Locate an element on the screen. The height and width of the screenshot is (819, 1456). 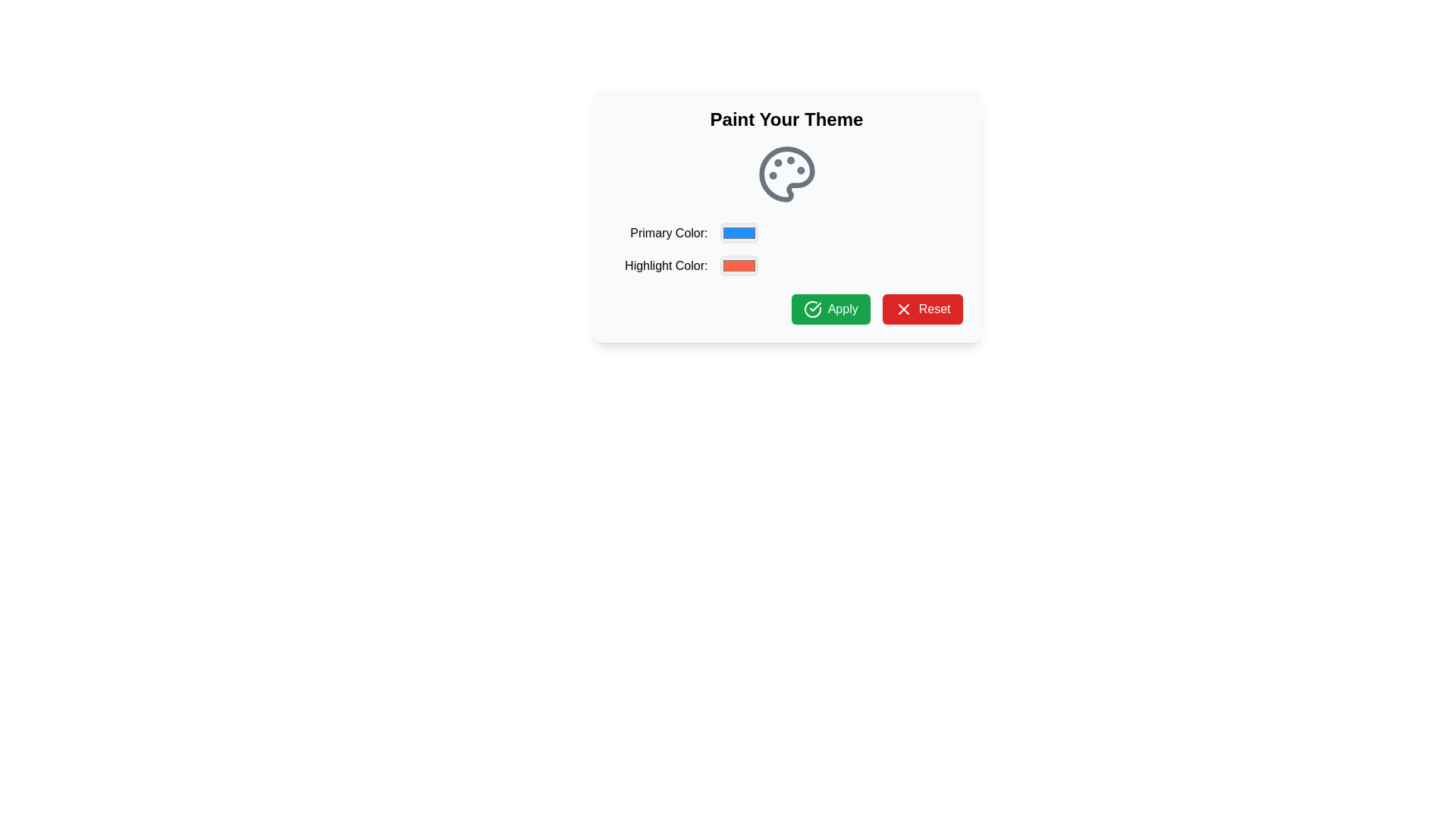
the text label that indicates the highlight color setting, which is located to the left of the color-picker widget in the 'Paint Your Theme' settings card is located at coordinates (659, 265).